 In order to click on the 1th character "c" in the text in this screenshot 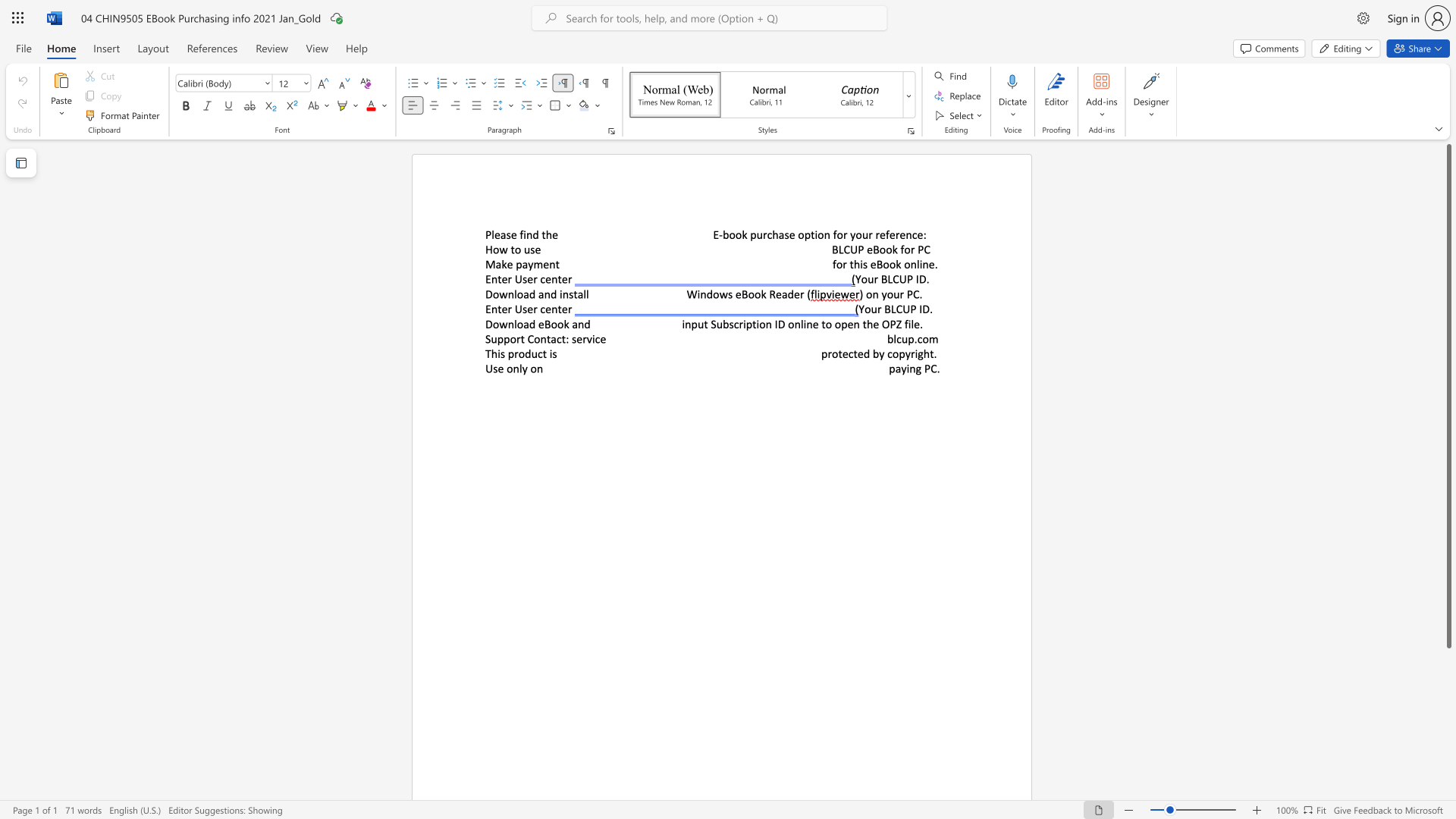, I will do `click(914, 234)`.